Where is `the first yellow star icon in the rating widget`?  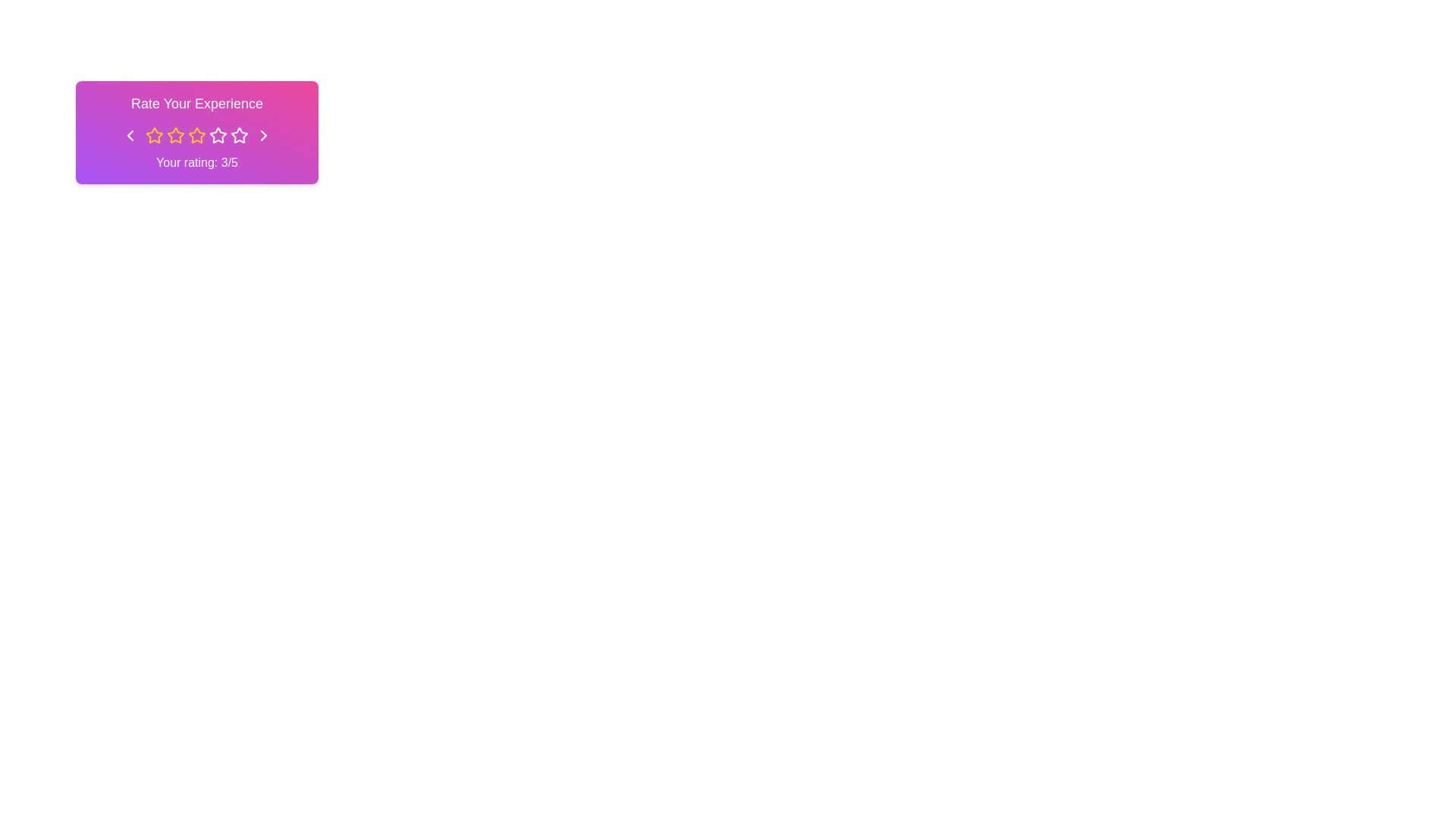 the first yellow star icon in the rating widget is located at coordinates (154, 134).